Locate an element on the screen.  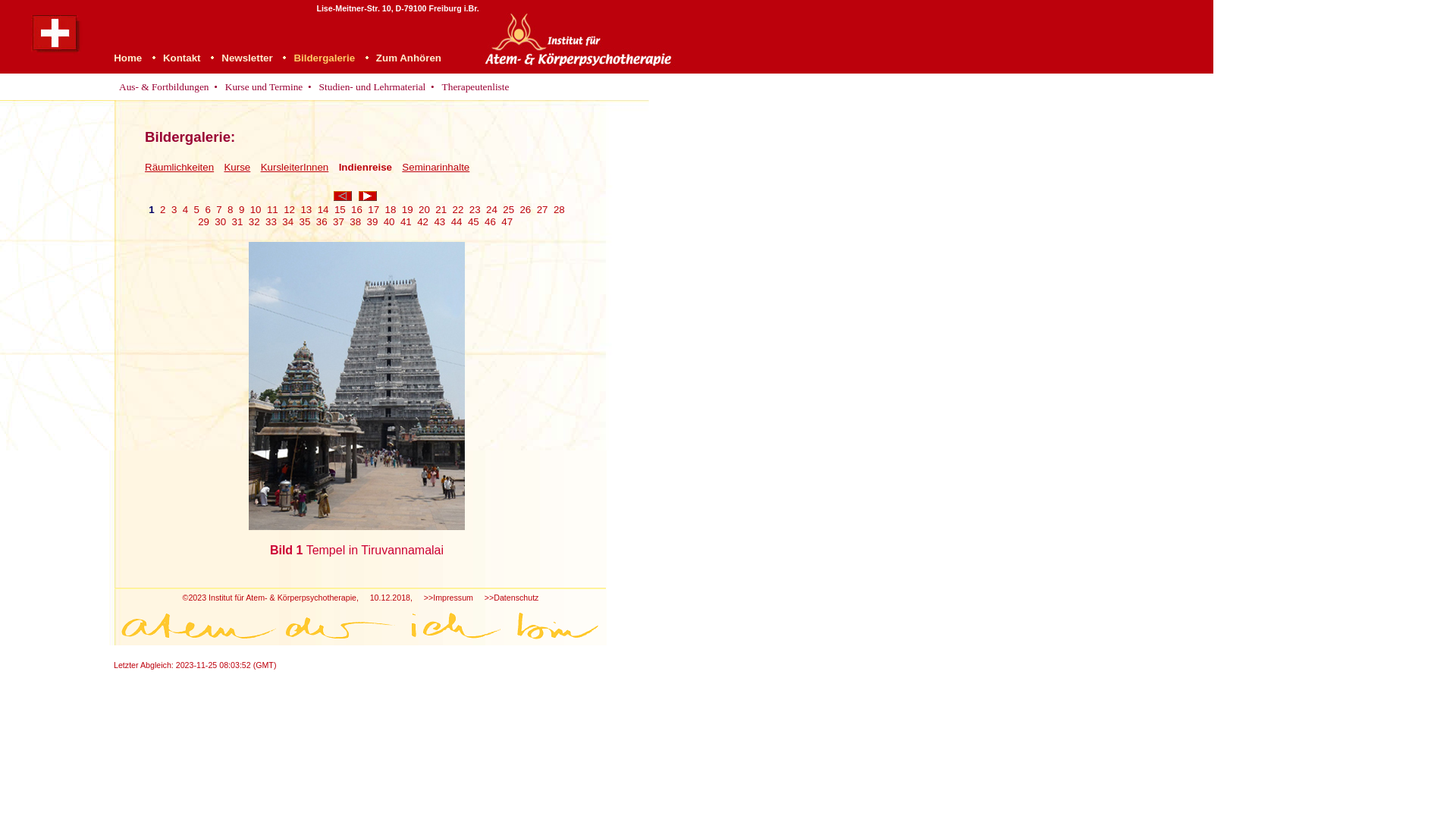
'40' is located at coordinates (389, 221).